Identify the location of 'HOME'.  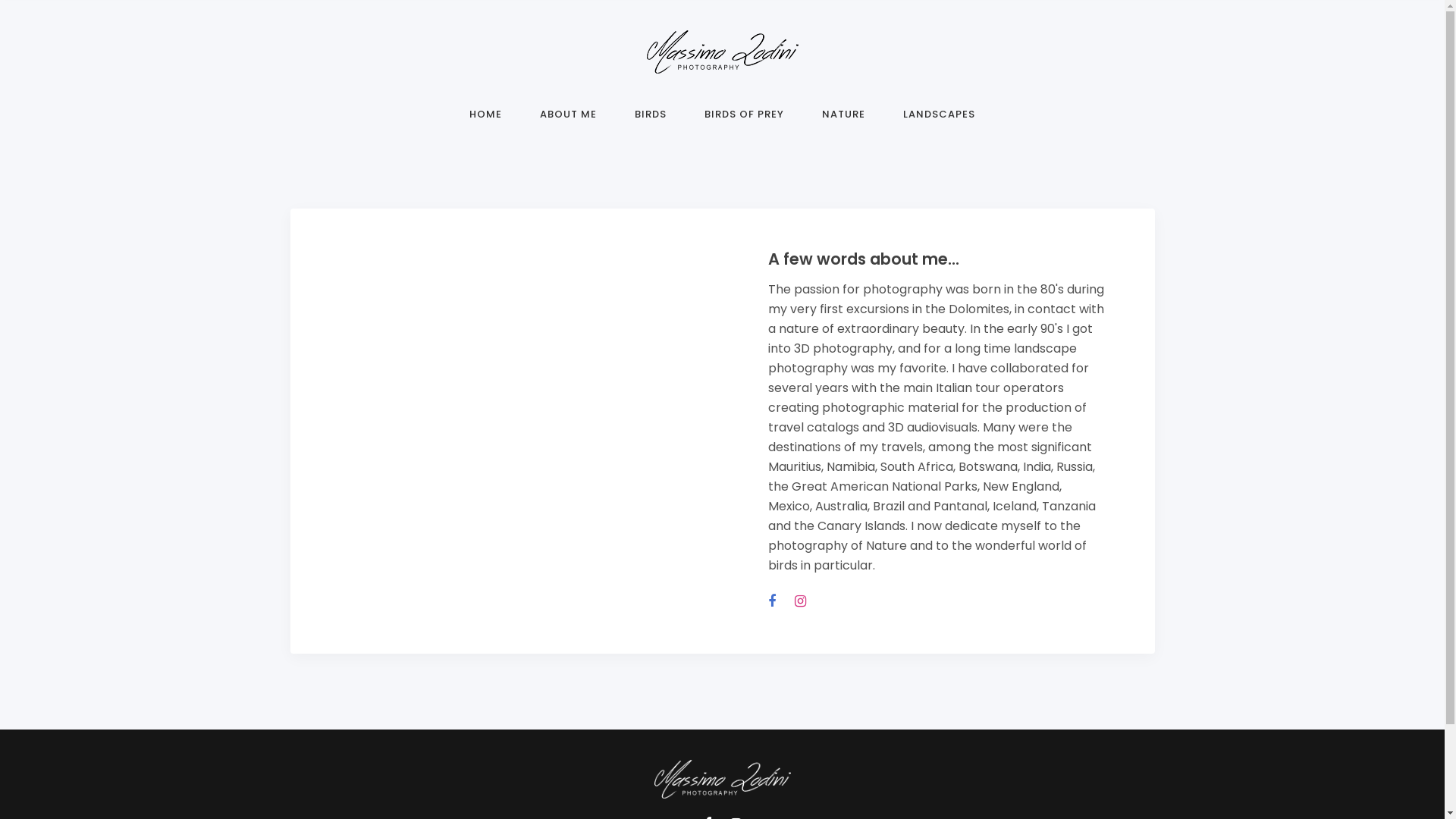
(485, 117).